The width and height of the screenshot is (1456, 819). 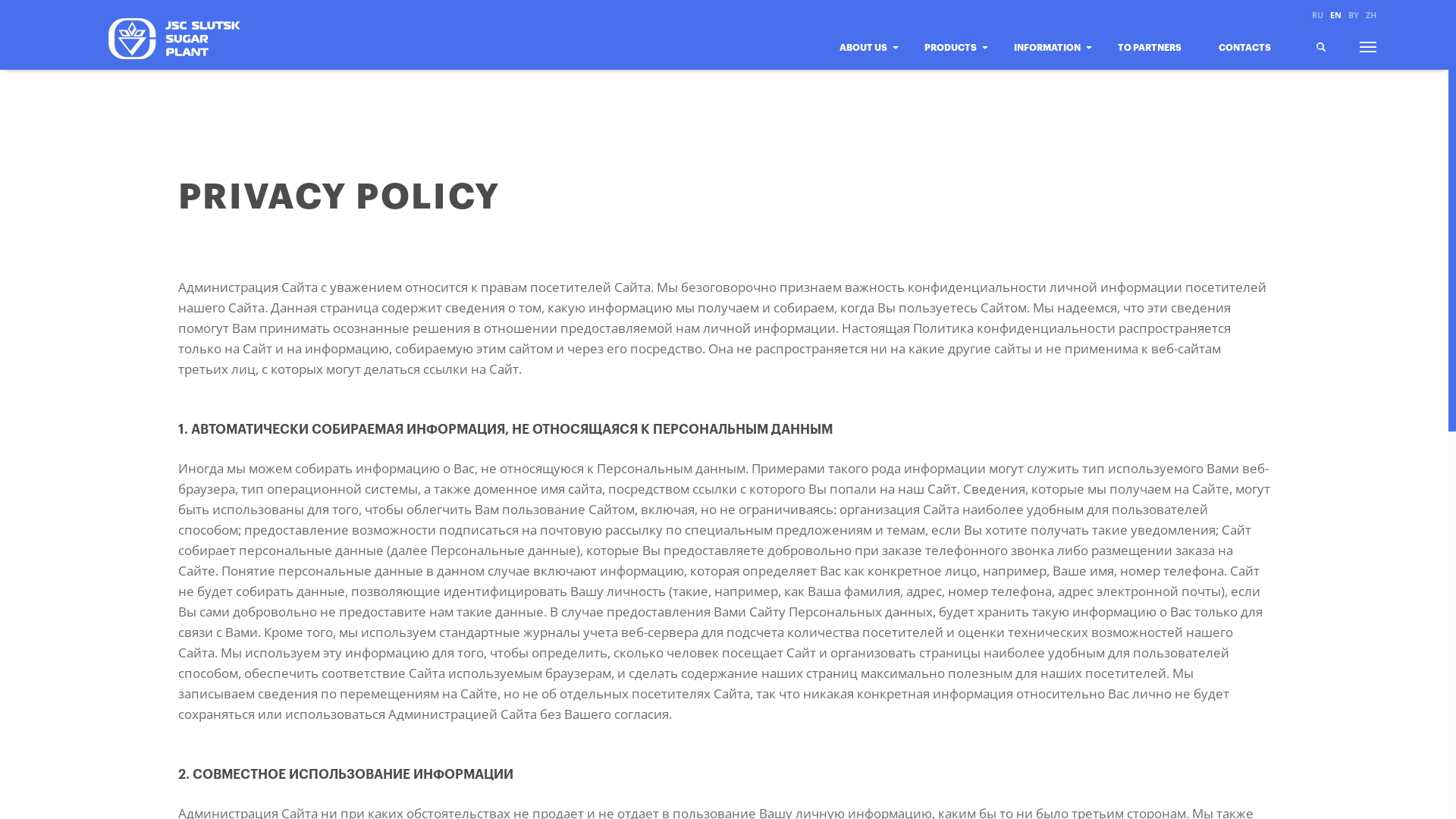 What do you see at coordinates (1354, 14) in the screenshot?
I see `'BY'` at bounding box center [1354, 14].